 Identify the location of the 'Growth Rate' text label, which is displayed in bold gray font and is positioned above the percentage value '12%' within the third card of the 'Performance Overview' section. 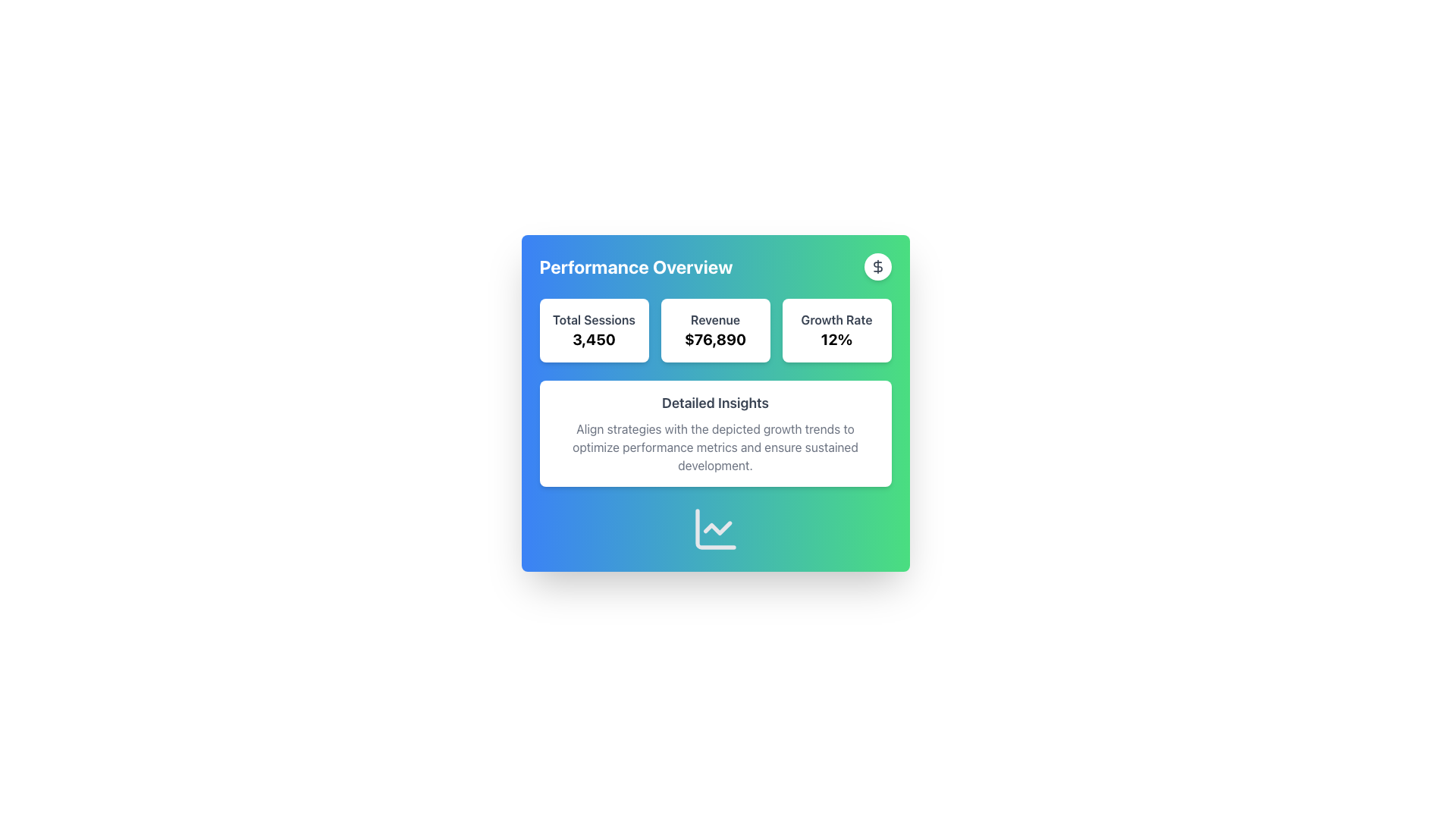
(836, 318).